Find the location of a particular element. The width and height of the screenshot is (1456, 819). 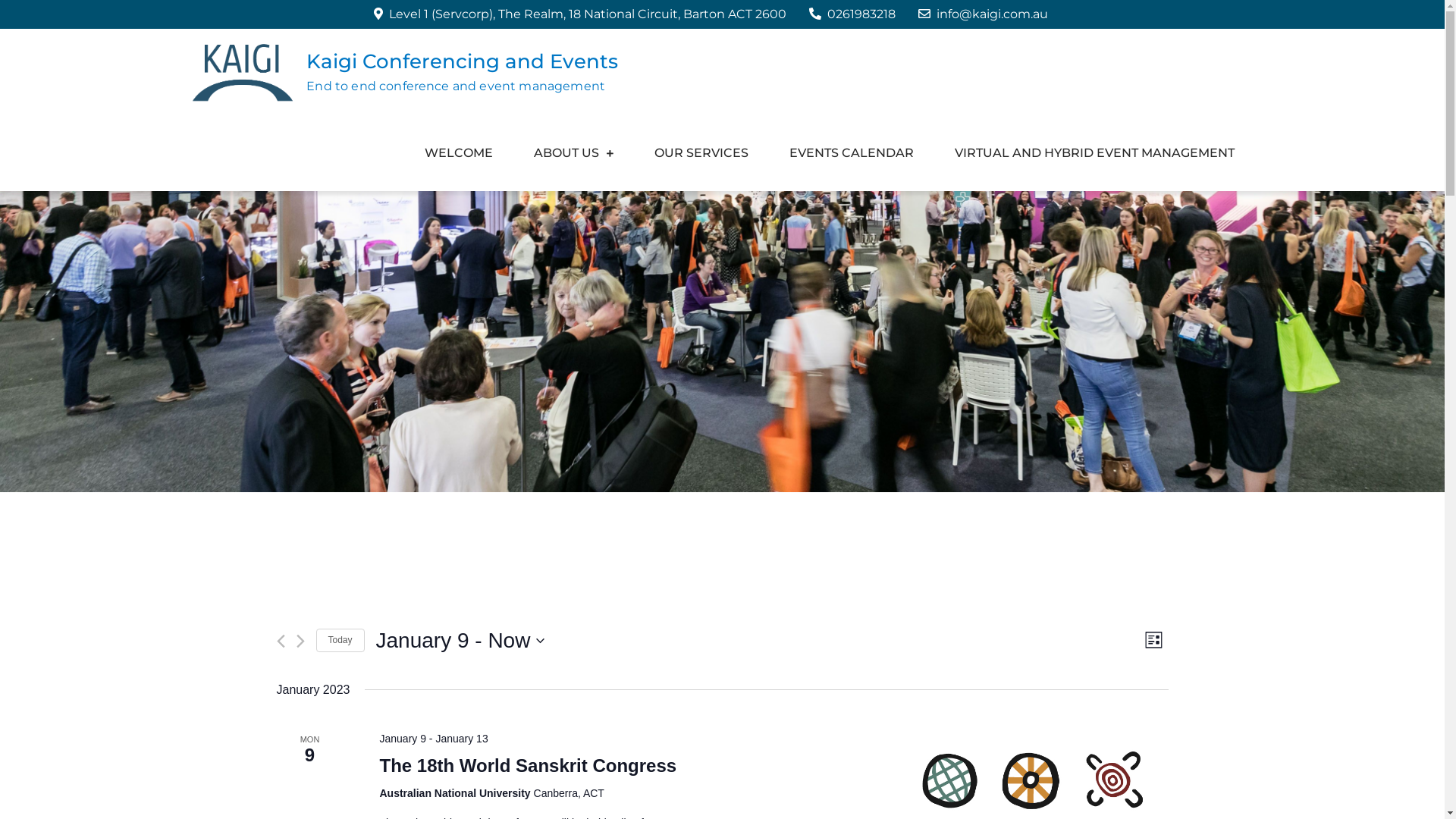

'EVENTS CALENDAR' is located at coordinates (852, 152).